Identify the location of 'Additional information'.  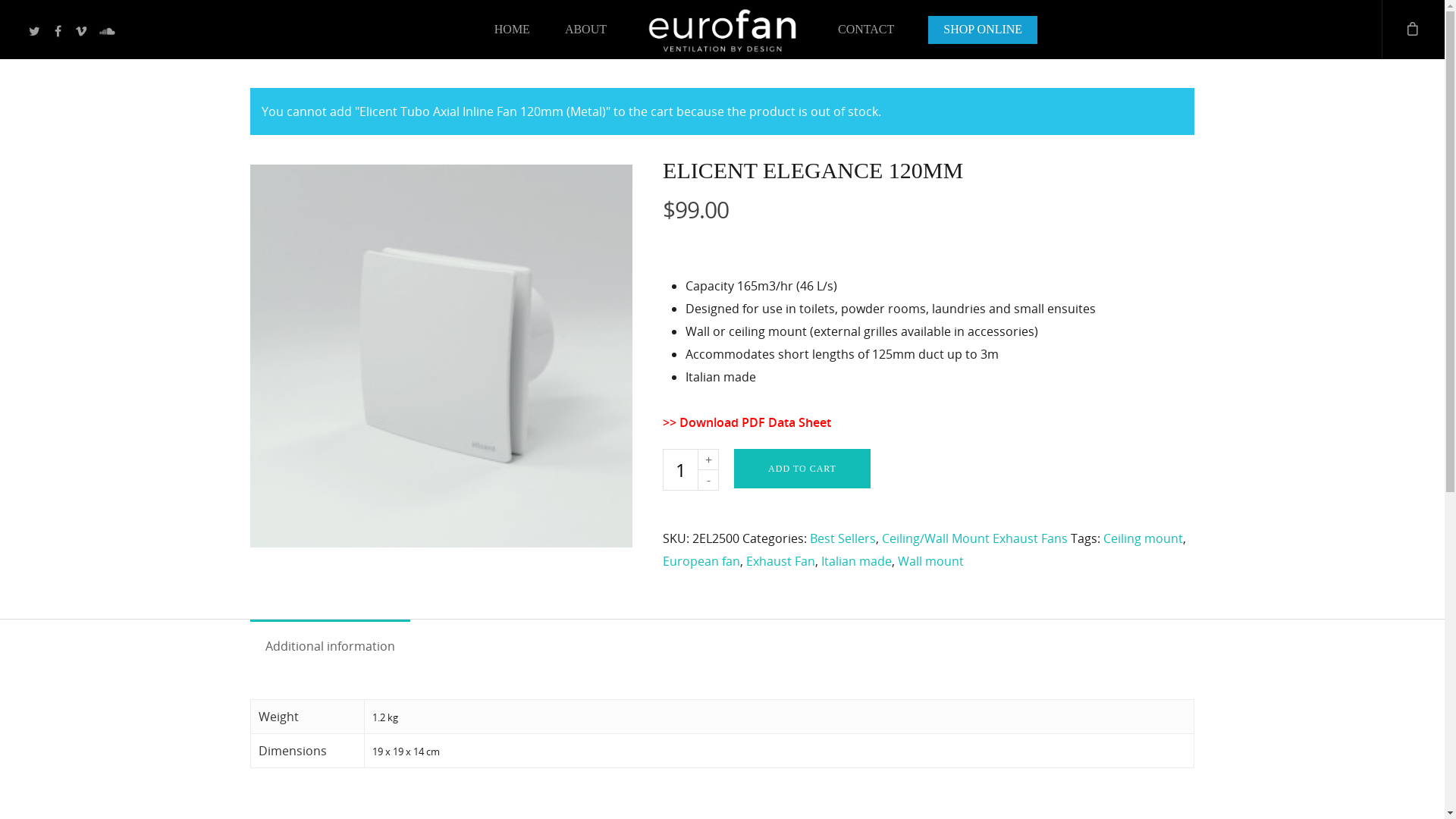
(329, 646).